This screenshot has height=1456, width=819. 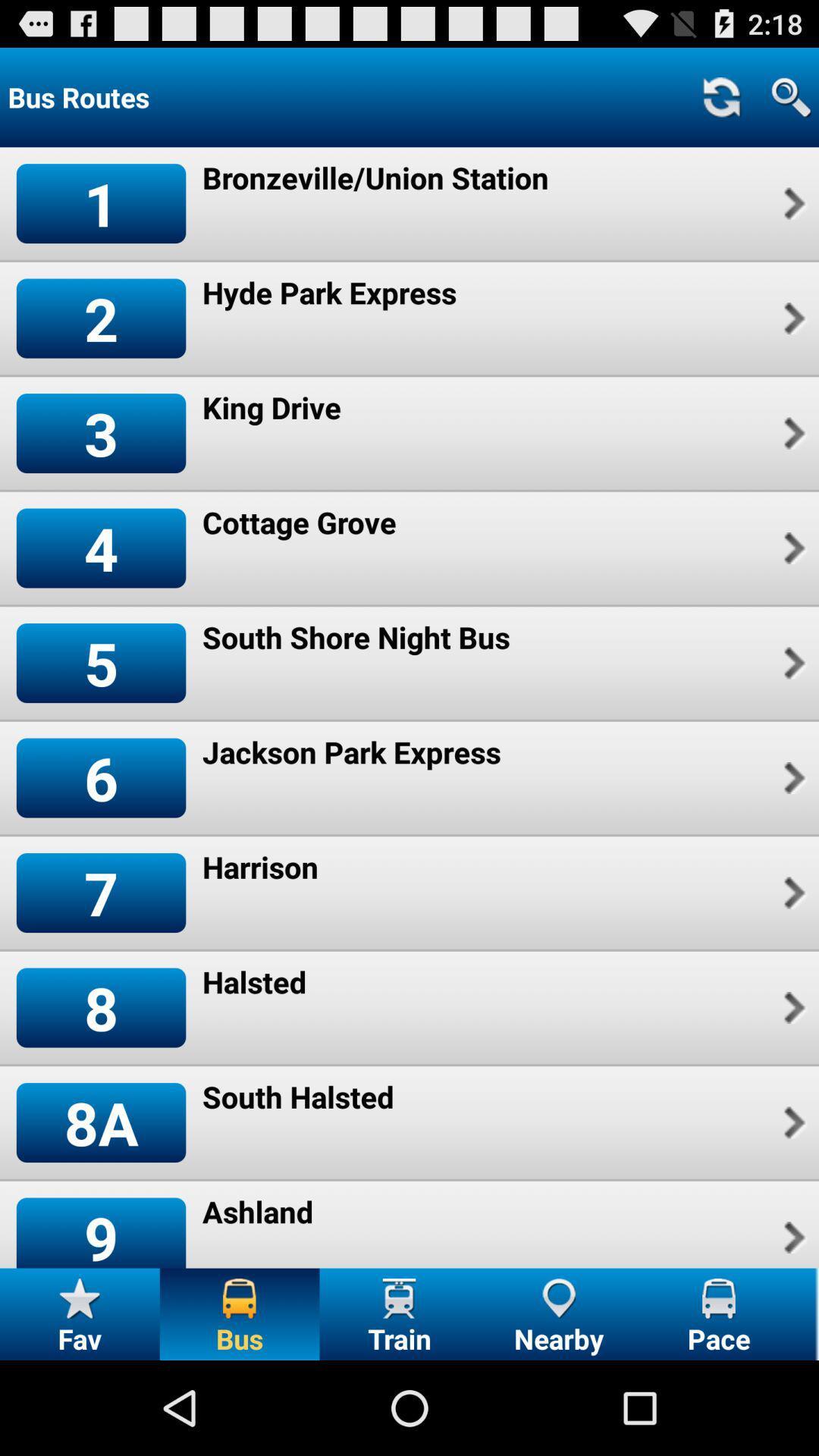 I want to click on icon to the right of the jackson park express item, so click(x=792, y=778).